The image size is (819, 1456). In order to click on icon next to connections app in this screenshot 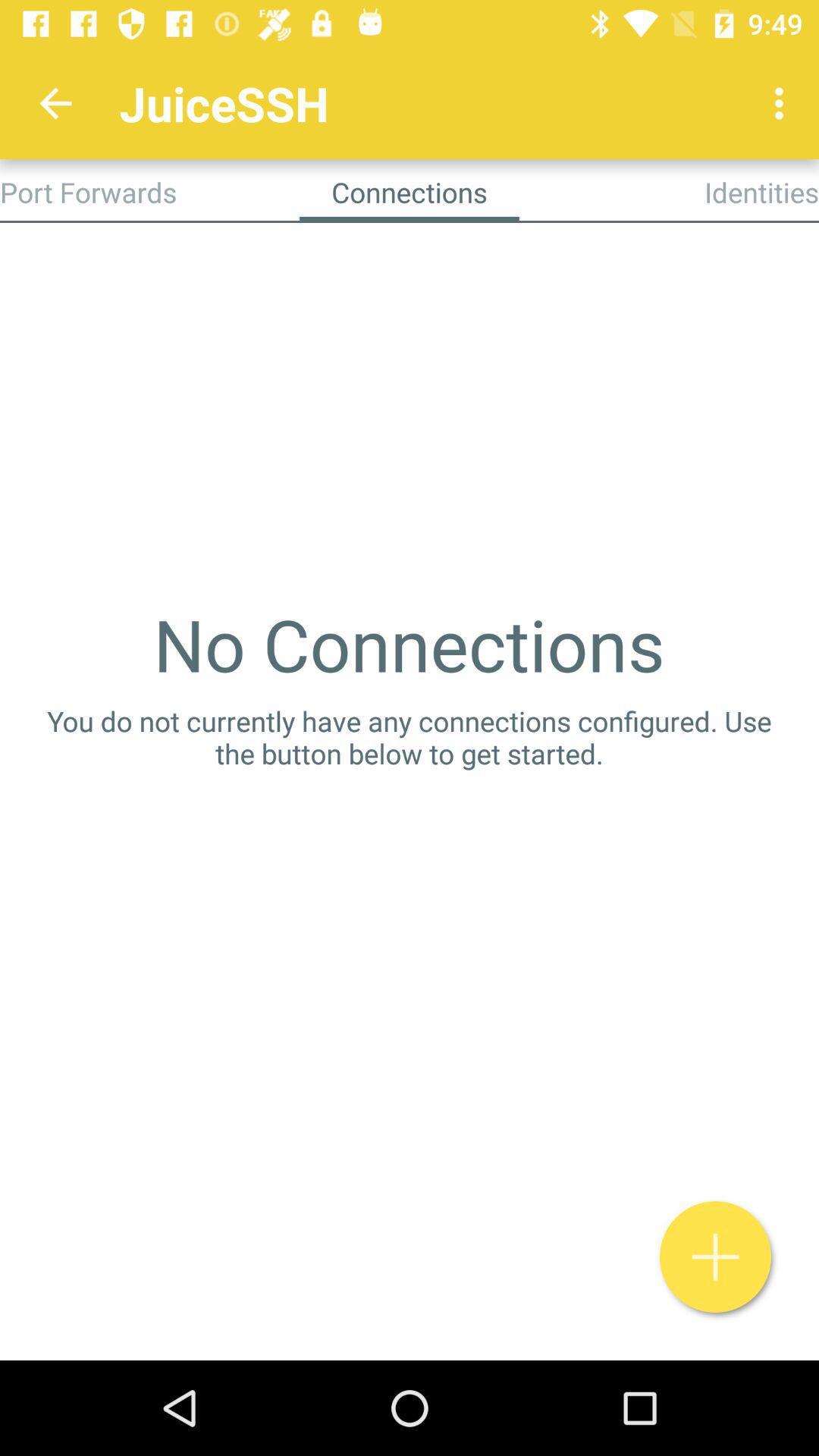, I will do `click(88, 191)`.